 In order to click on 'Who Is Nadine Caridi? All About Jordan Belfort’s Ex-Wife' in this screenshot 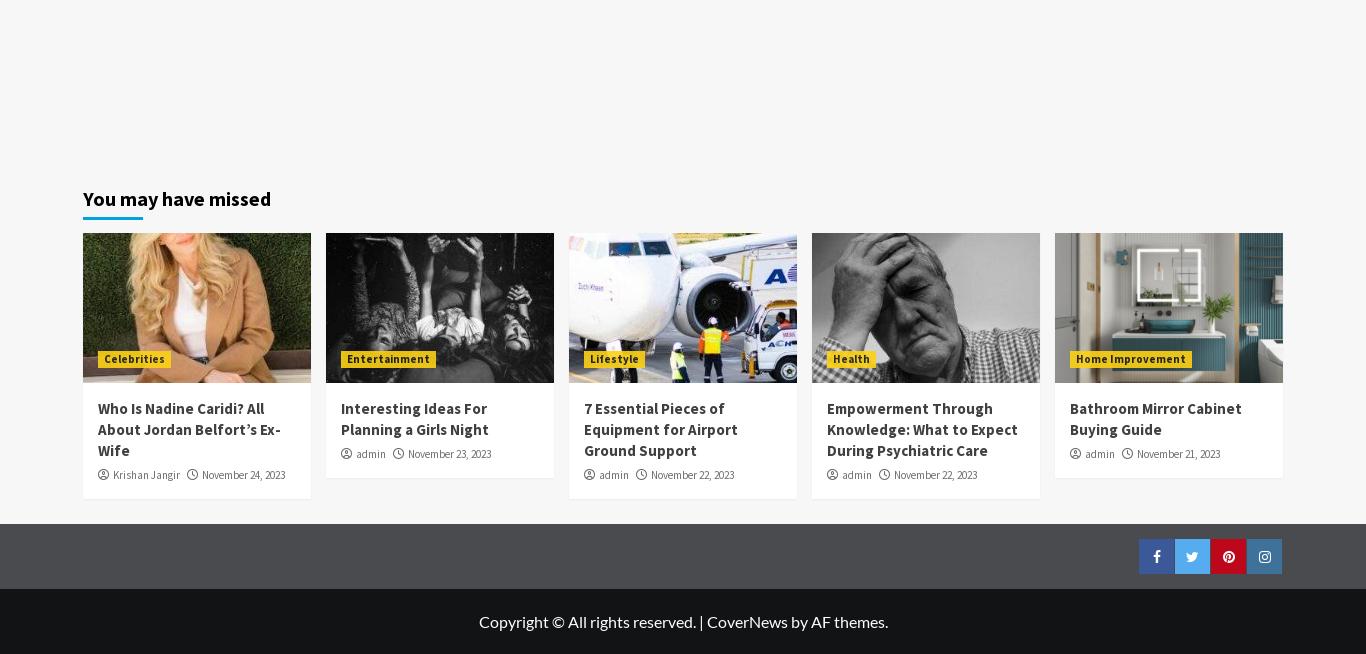, I will do `click(188, 428)`.